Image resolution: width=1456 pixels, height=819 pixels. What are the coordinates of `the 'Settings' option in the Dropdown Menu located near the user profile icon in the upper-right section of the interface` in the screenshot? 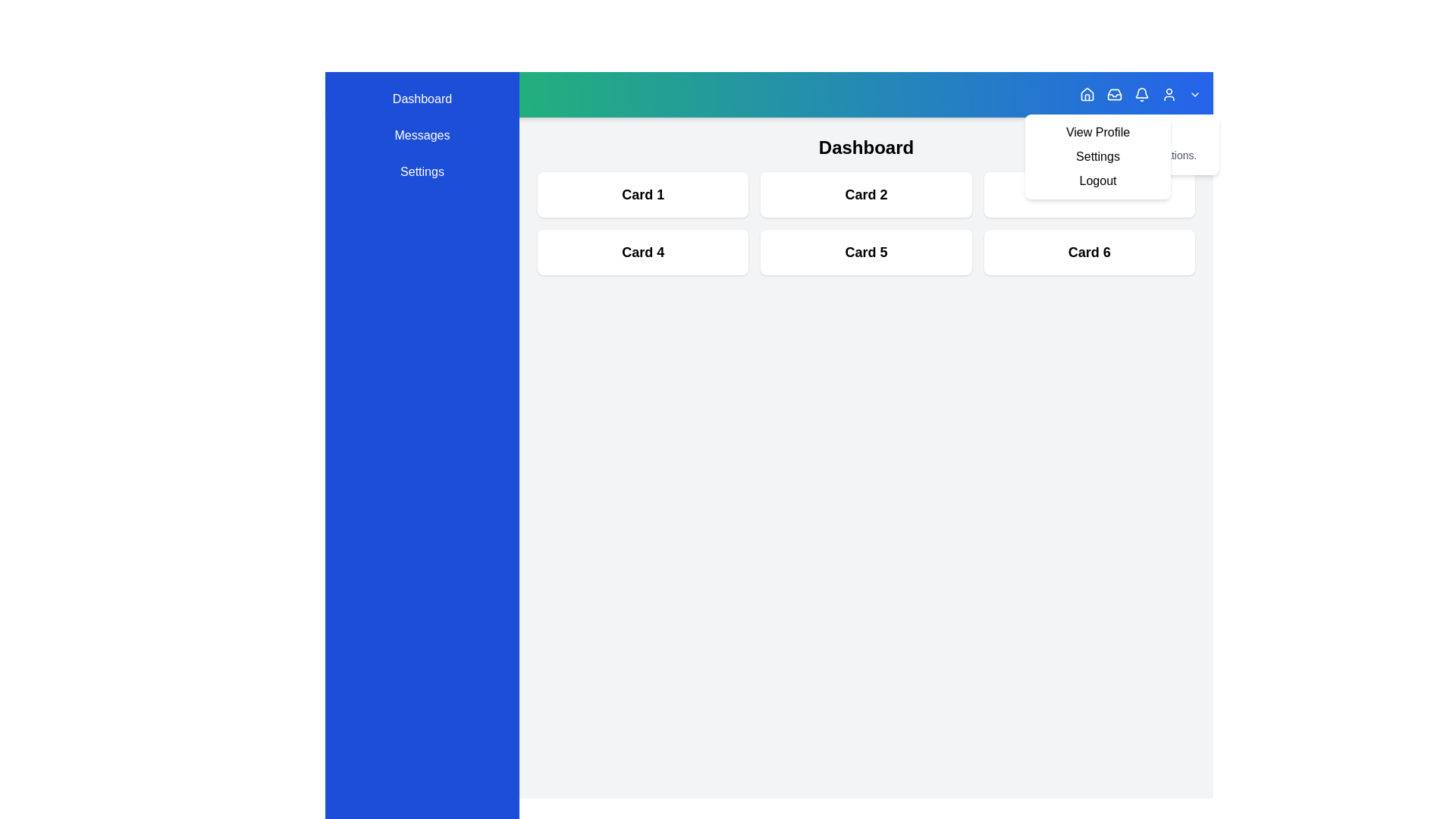 It's located at (1098, 157).